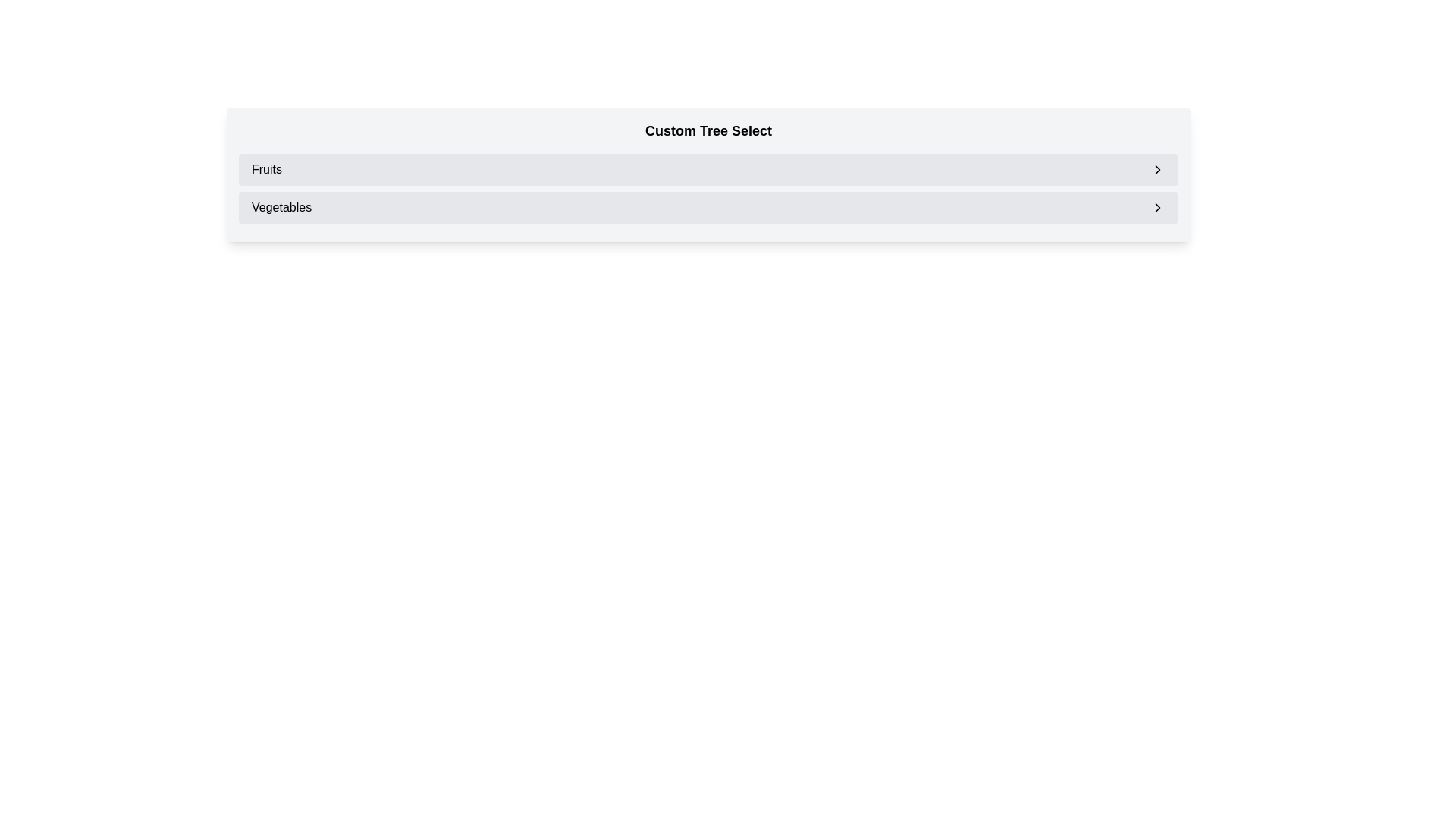 The image size is (1456, 819). What do you see at coordinates (1156, 169) in the screenshot?
I see `the Chevron icon located on the right edge of the 'Fruits' list item` at bounding box center [1156, 169].